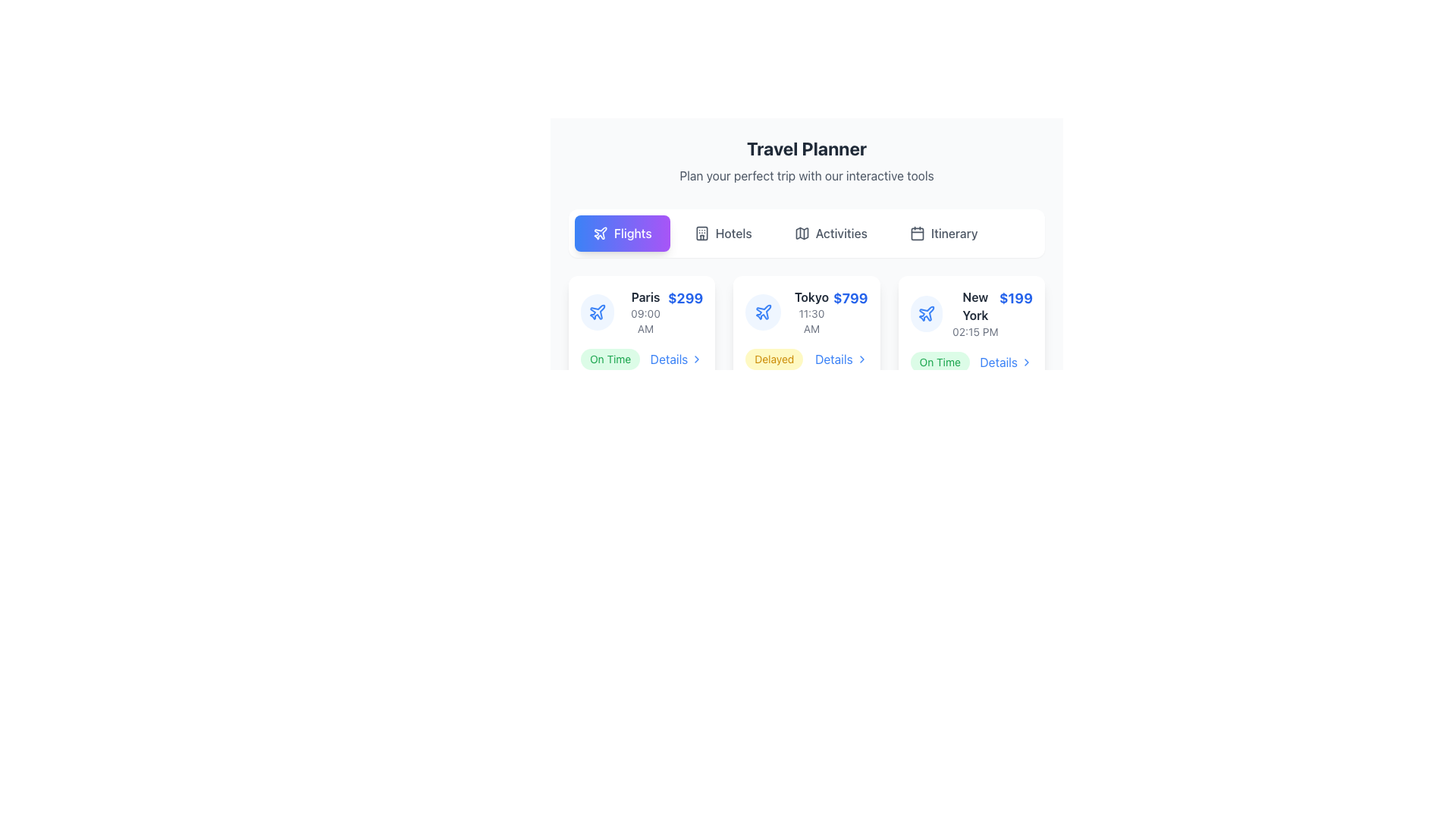 This screenshot has height=819, width=1456. Describe the element at coordinates (801, 234) in the screenshot. I see `the 'Activities' icon on the navigation bar` at that location.